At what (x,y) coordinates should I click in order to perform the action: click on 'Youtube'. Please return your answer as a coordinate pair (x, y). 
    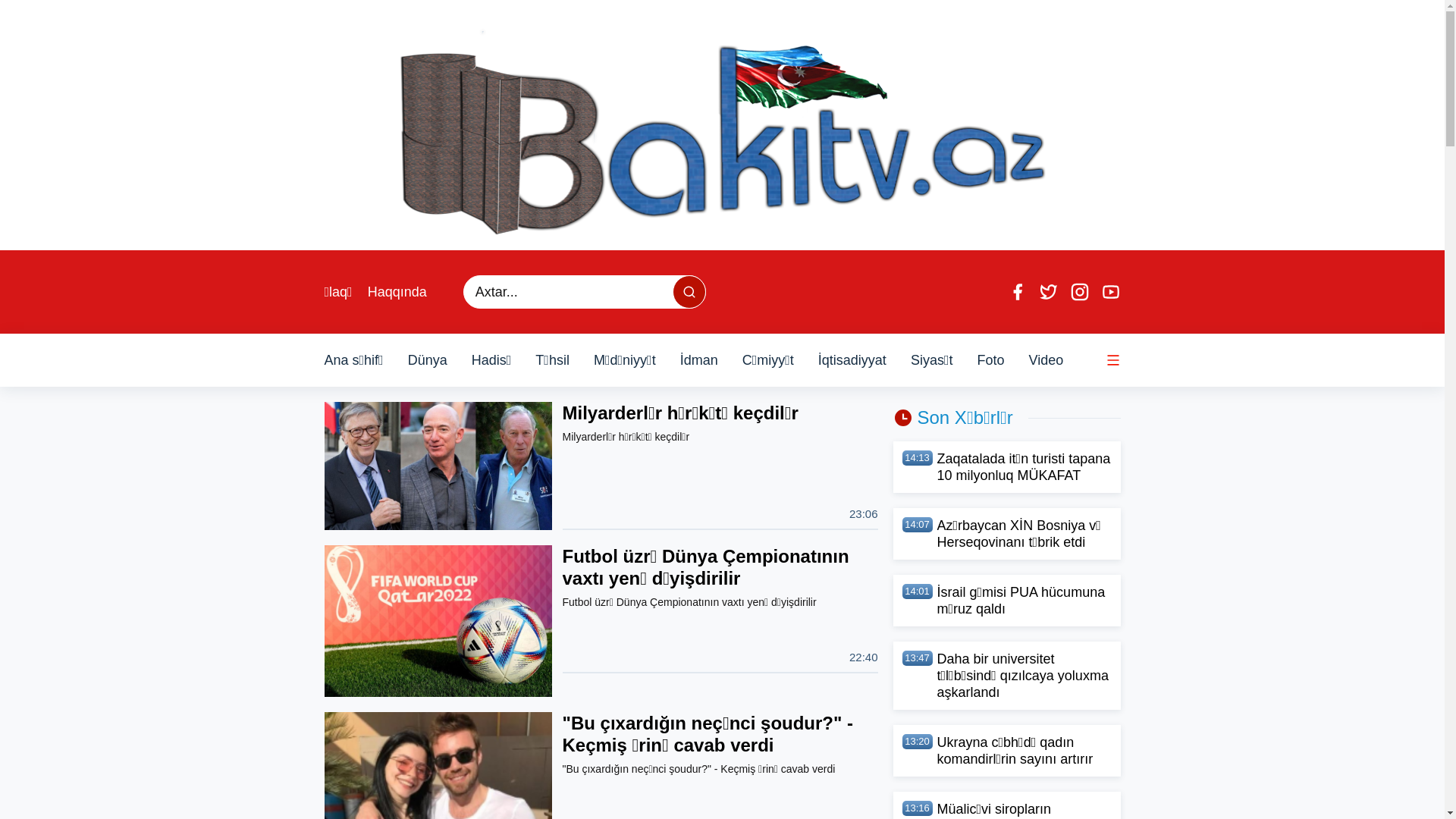
    Looking at the image, I should click on (1110, 292).